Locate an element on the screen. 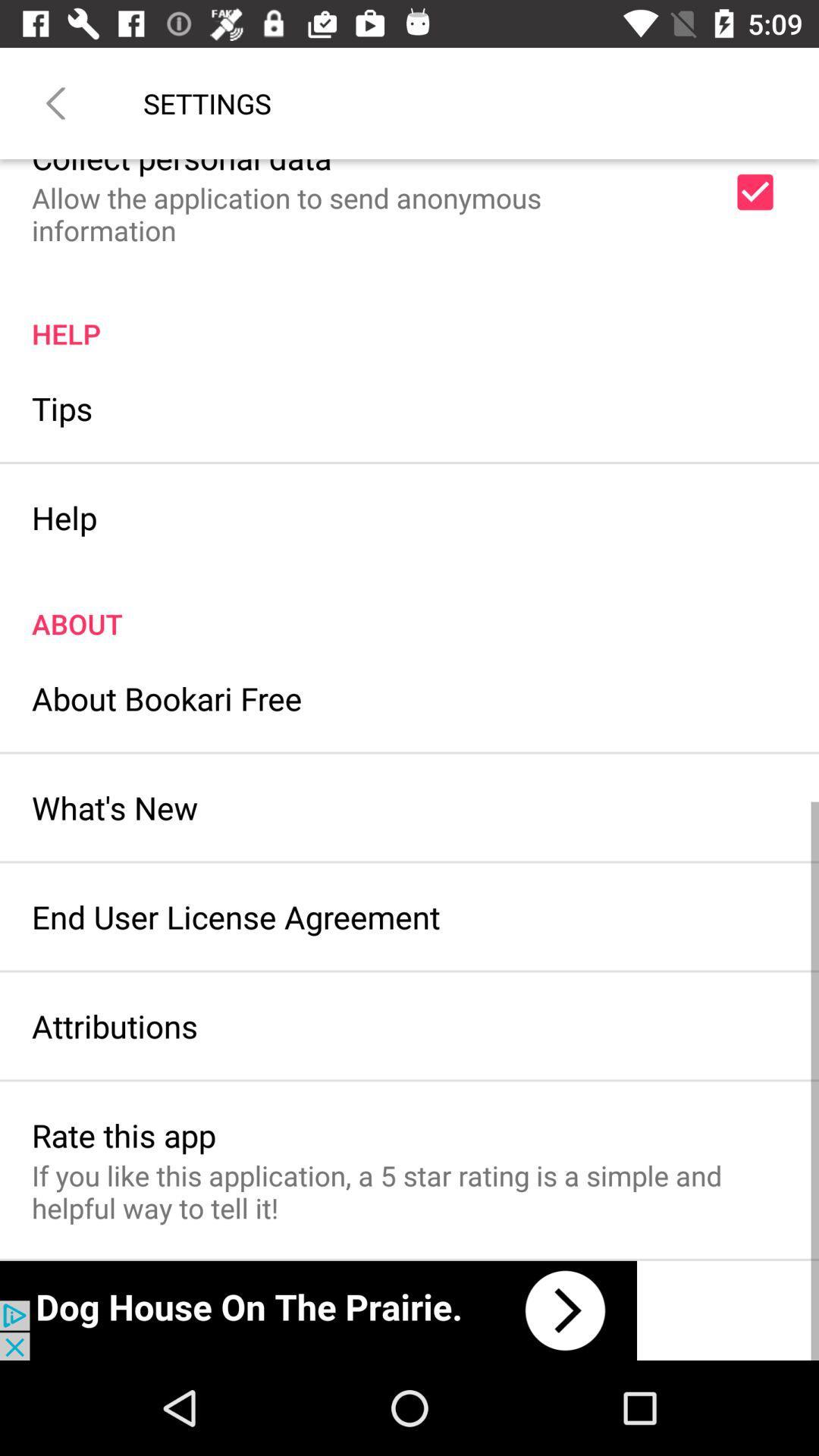 The image size is (819, 1456). go back is located at coordinates (55, 102).